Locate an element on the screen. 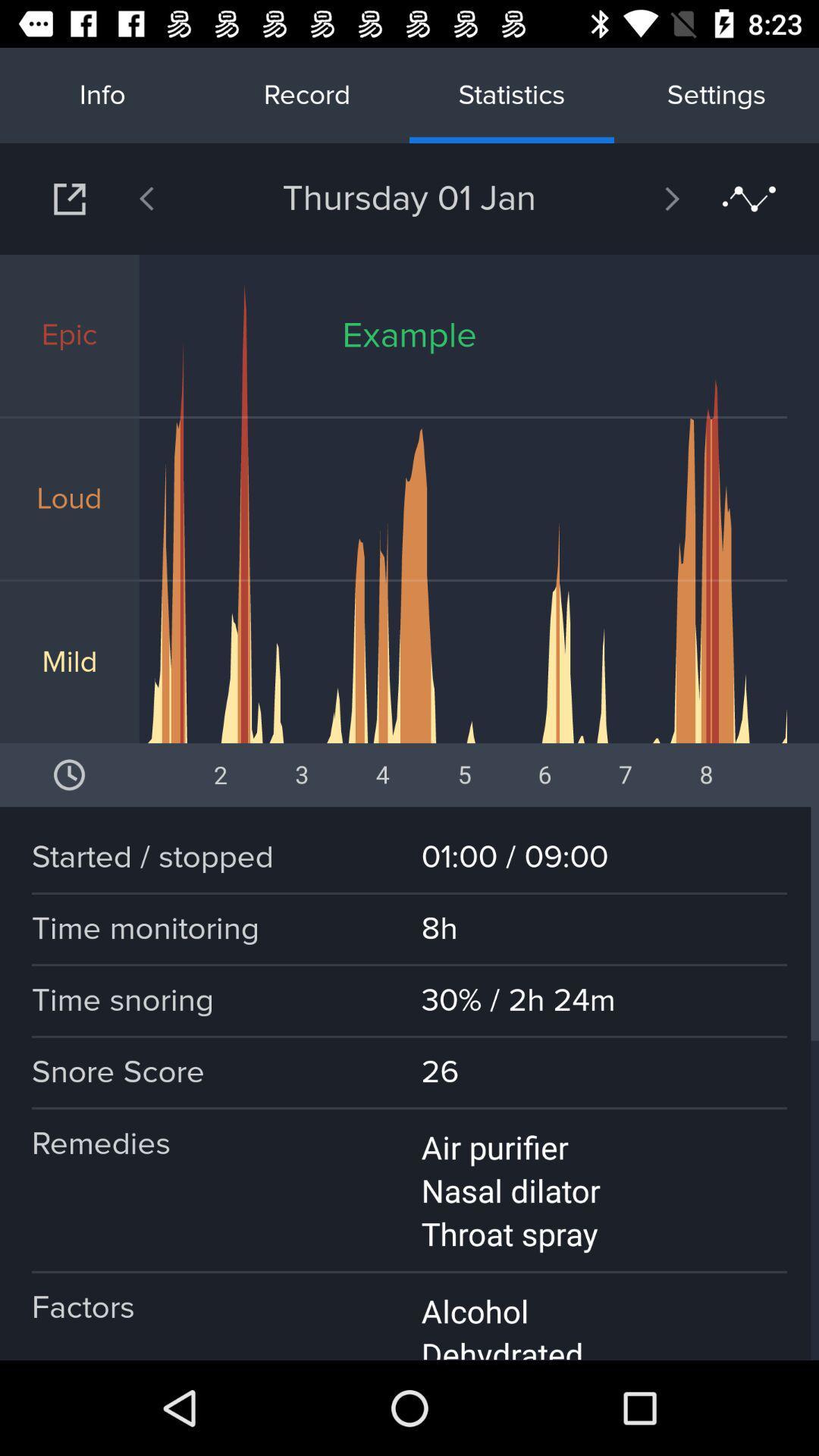 Image resolution: width=819 pixels, height=1456 pixels. next is located at coordinates (69, 198).